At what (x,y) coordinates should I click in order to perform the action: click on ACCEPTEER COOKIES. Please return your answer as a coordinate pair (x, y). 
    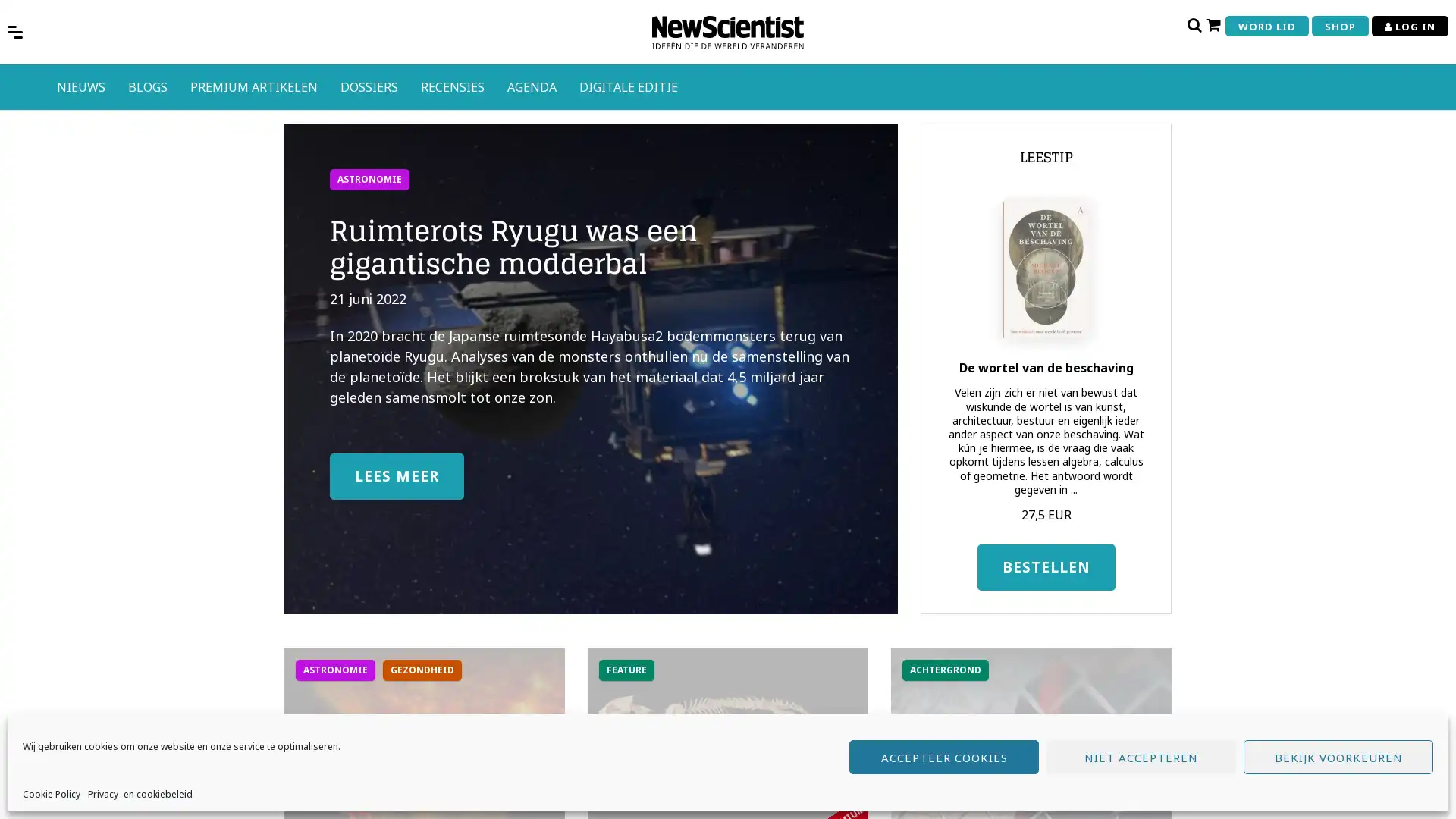
    Looking at the image, I should click on (943, 757).